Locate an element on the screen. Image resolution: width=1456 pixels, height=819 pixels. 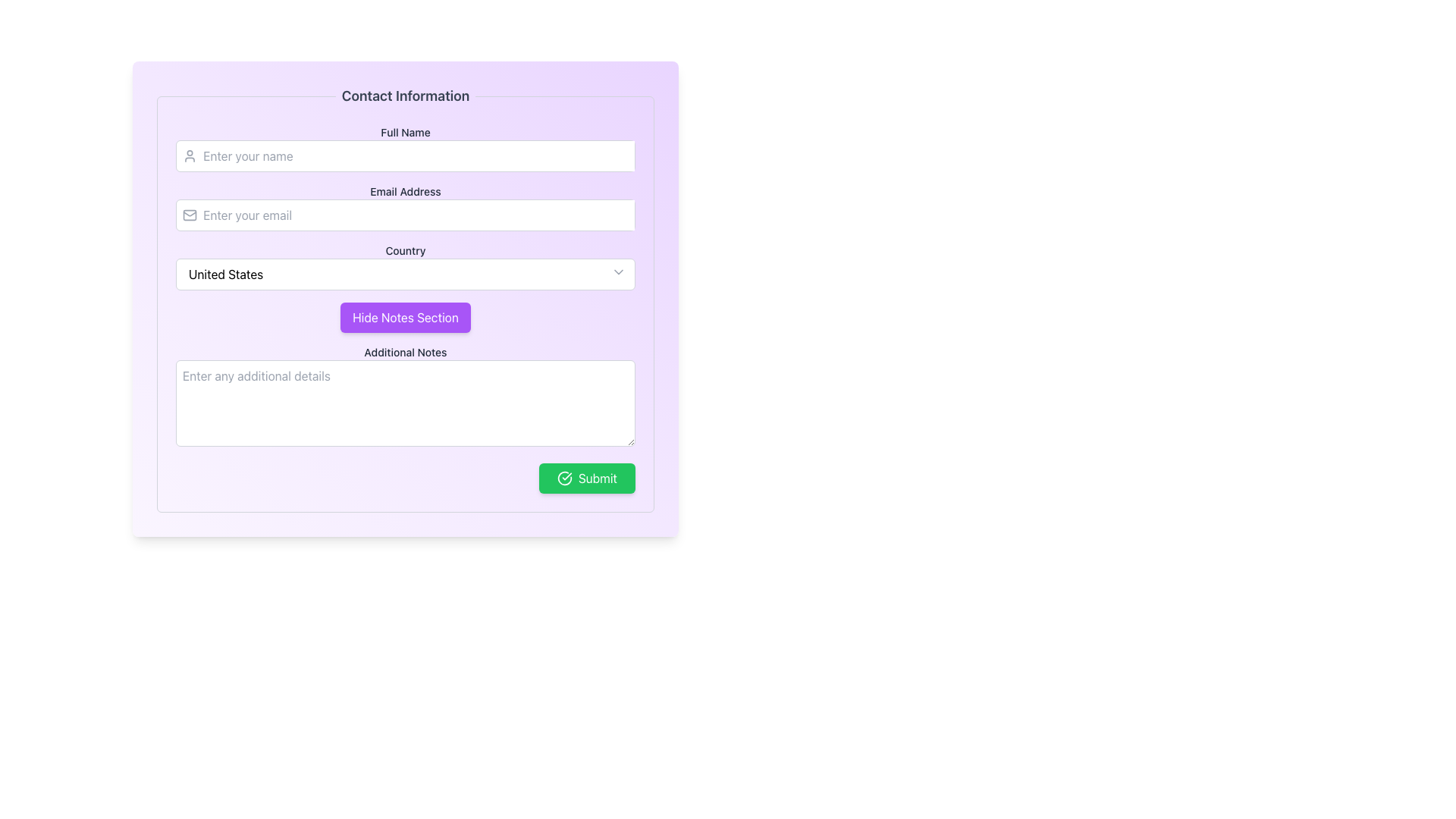
the Text label in the 'Contact Information' section, which provides context for the input area below it is located at coordinates (405, 353).